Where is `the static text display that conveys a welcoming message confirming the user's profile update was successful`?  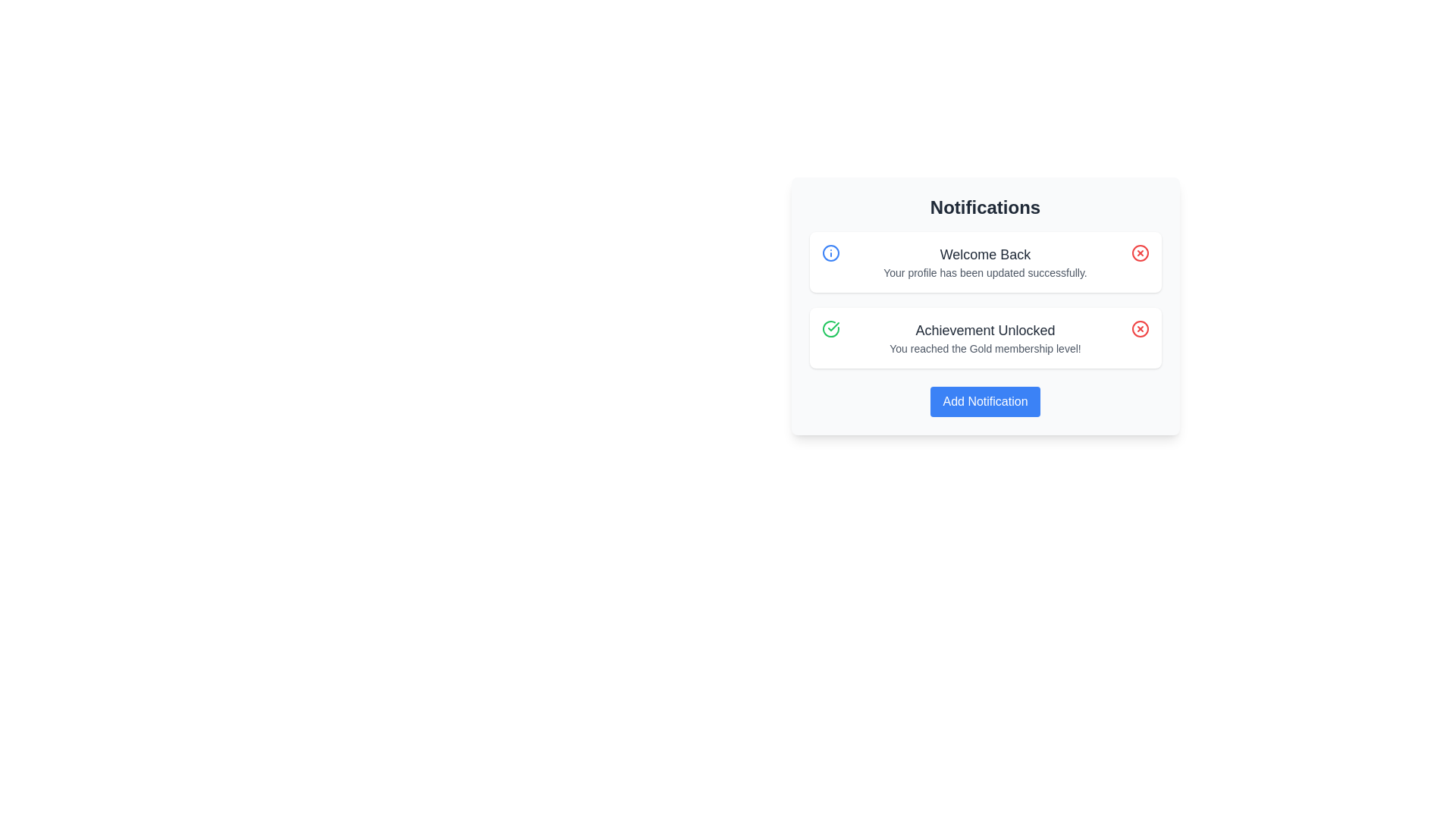 the static text display that conveys a welcoming message confirming the user's profile update was successful is located at coordinates (985, 262).